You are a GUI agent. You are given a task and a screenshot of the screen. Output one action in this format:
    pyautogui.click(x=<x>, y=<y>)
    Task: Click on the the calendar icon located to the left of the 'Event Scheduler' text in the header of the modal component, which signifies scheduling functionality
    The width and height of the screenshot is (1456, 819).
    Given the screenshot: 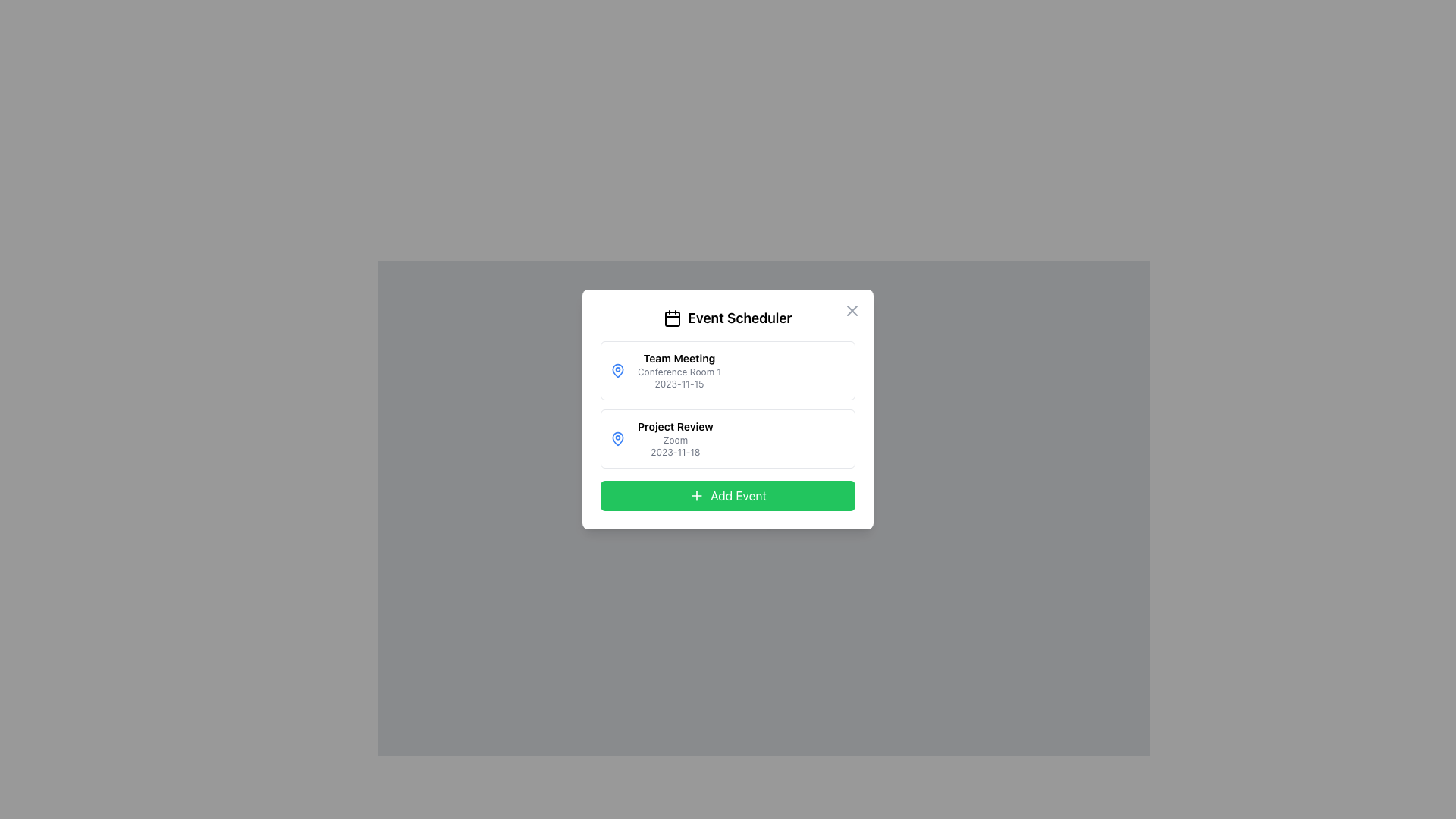 What is the action you would take?
    pyautogui.click(x=672, y=318)
    